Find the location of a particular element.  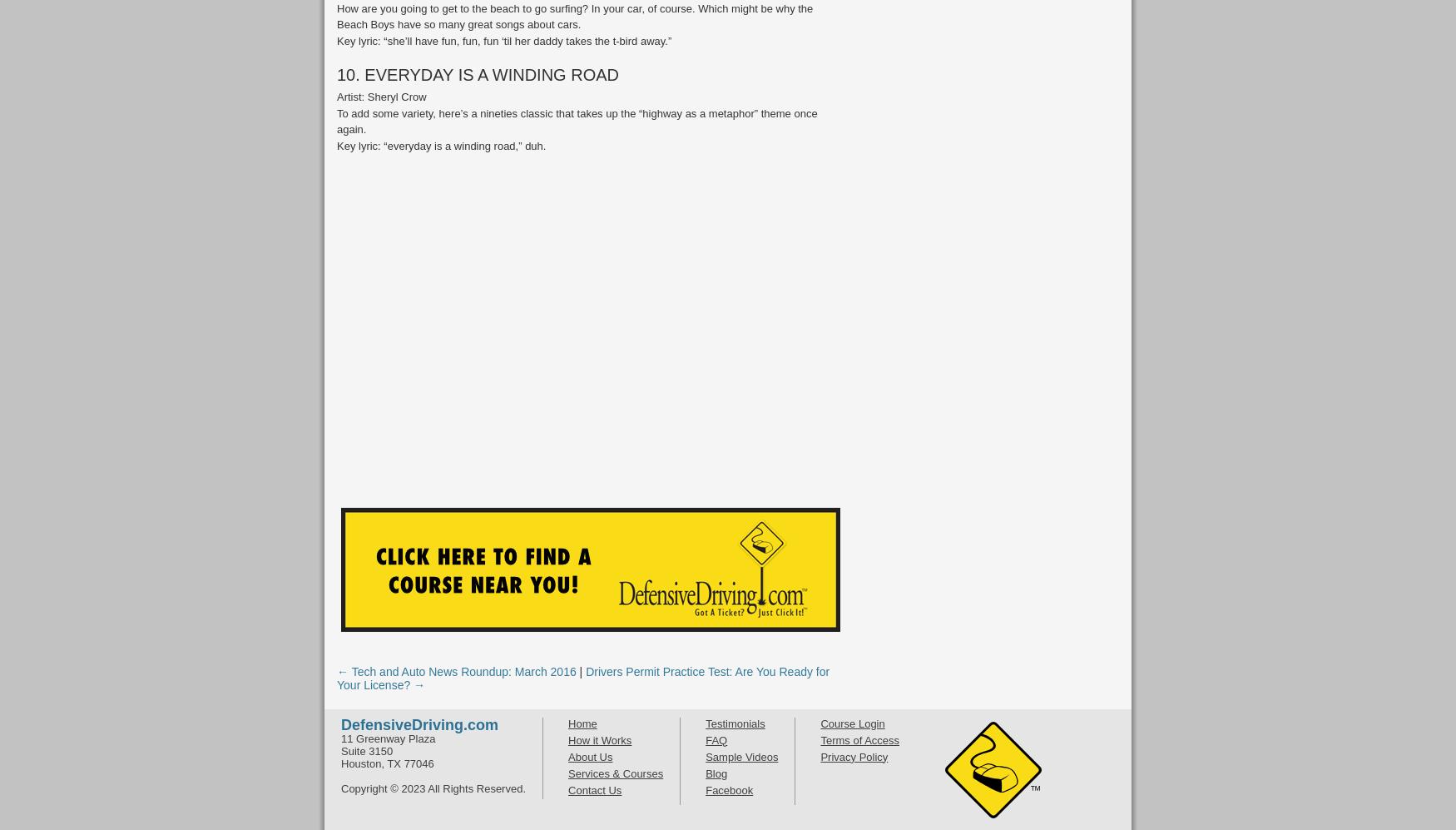

'DefensiveDriving.com' is located at coordinates (340, 723).